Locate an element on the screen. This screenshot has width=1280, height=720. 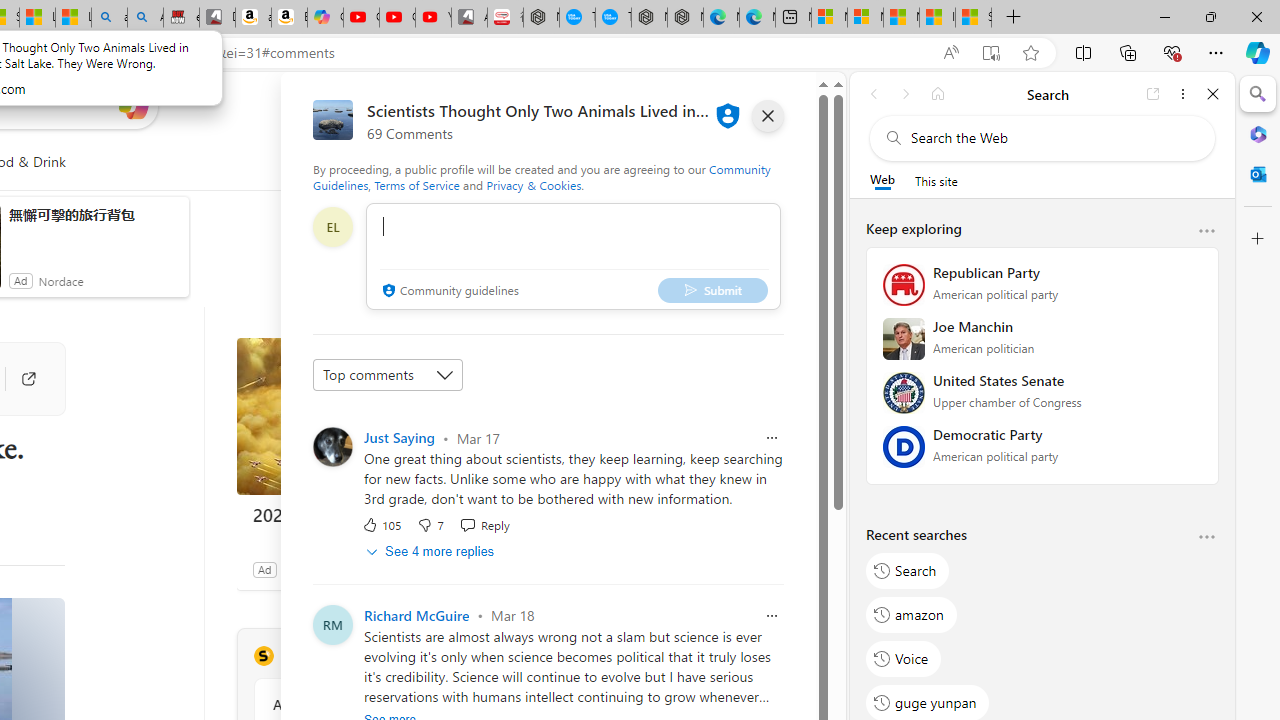
'Browser essentials' is located at coordinates (1171, 51).